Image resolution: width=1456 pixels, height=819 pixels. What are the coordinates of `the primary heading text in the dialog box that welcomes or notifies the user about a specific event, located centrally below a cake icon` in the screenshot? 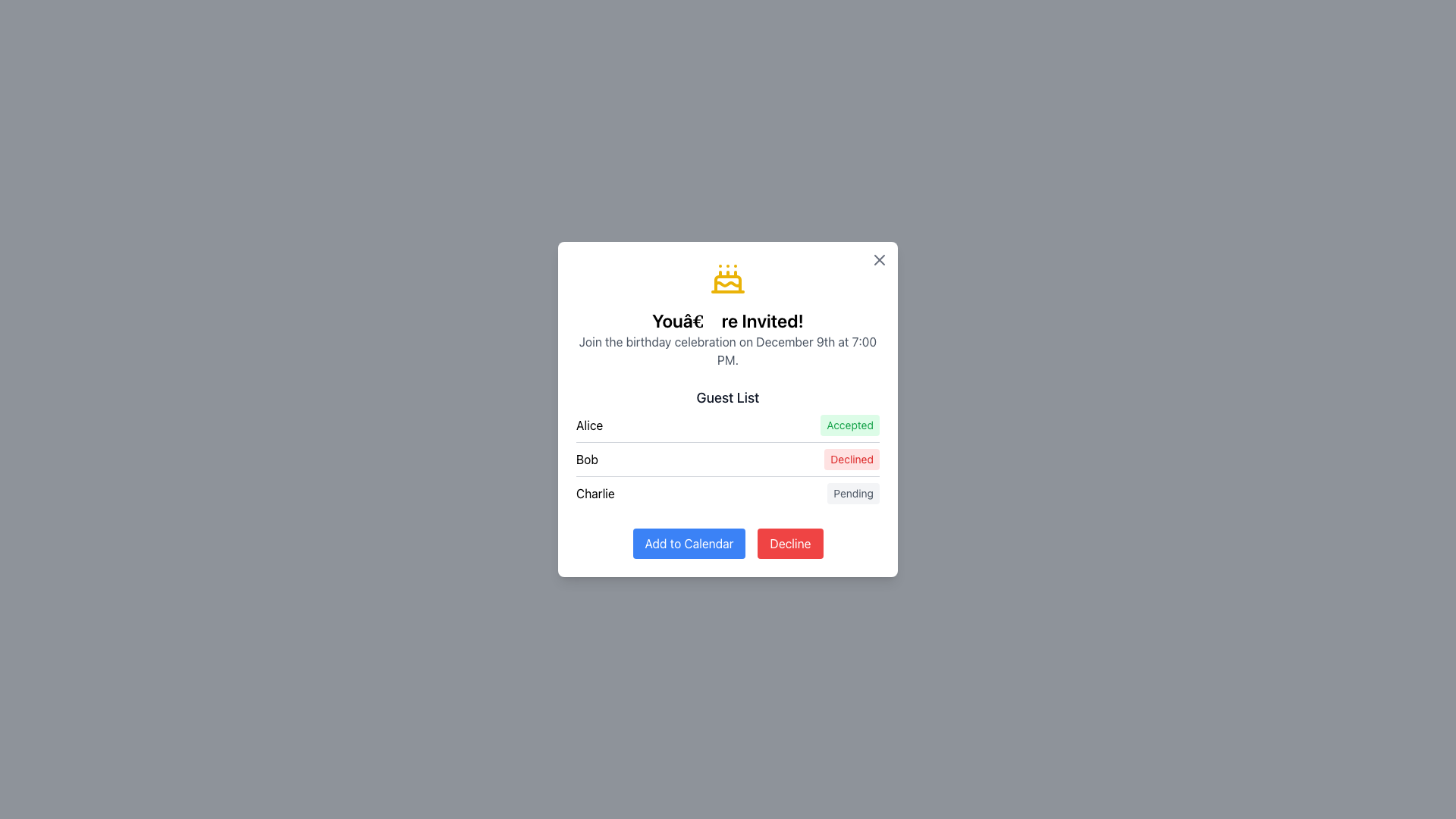 It's located at (728, 320).